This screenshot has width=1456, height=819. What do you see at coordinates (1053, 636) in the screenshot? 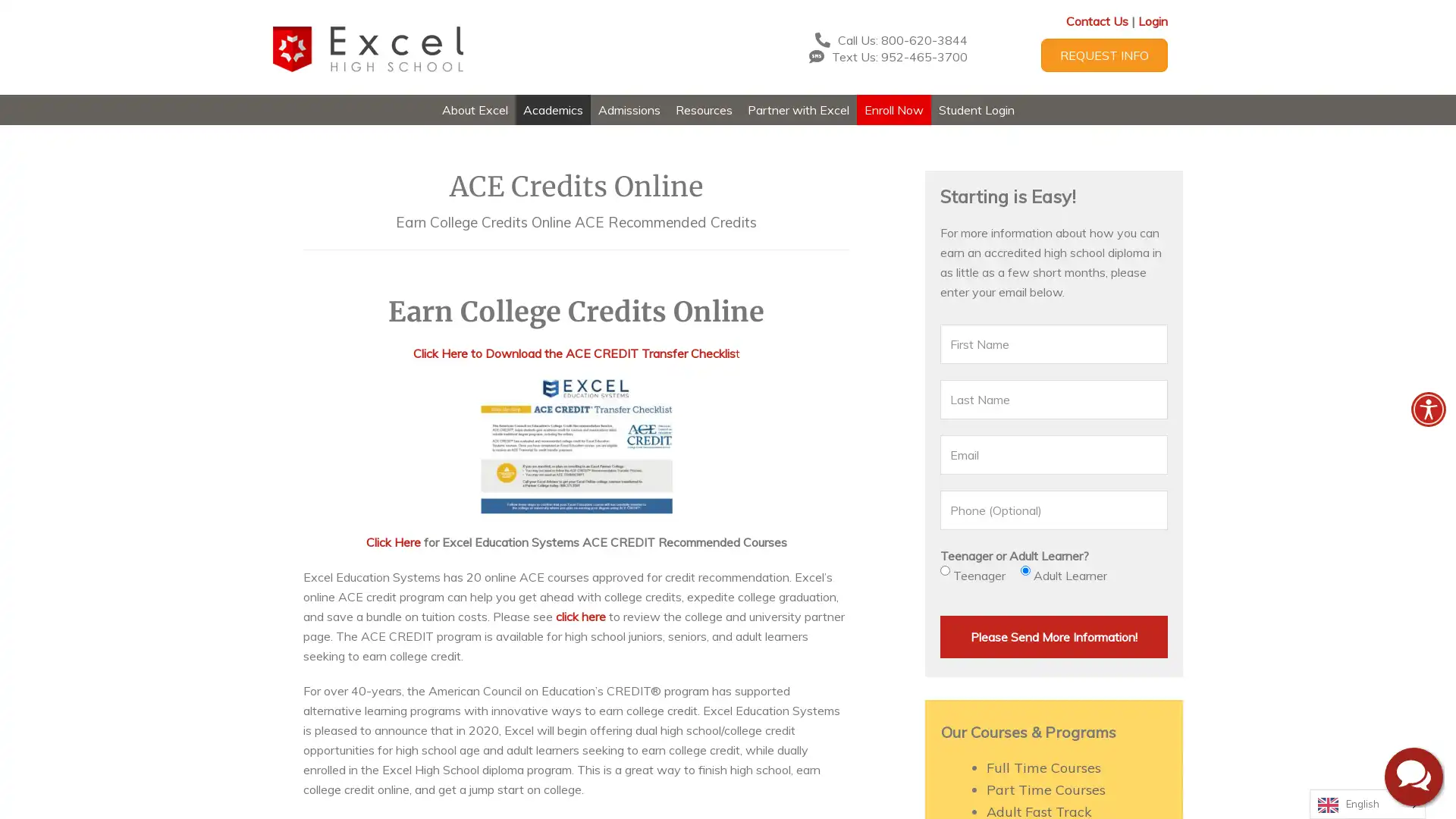
I see `Please Send More Information!` at bounding box center [1053, 636].